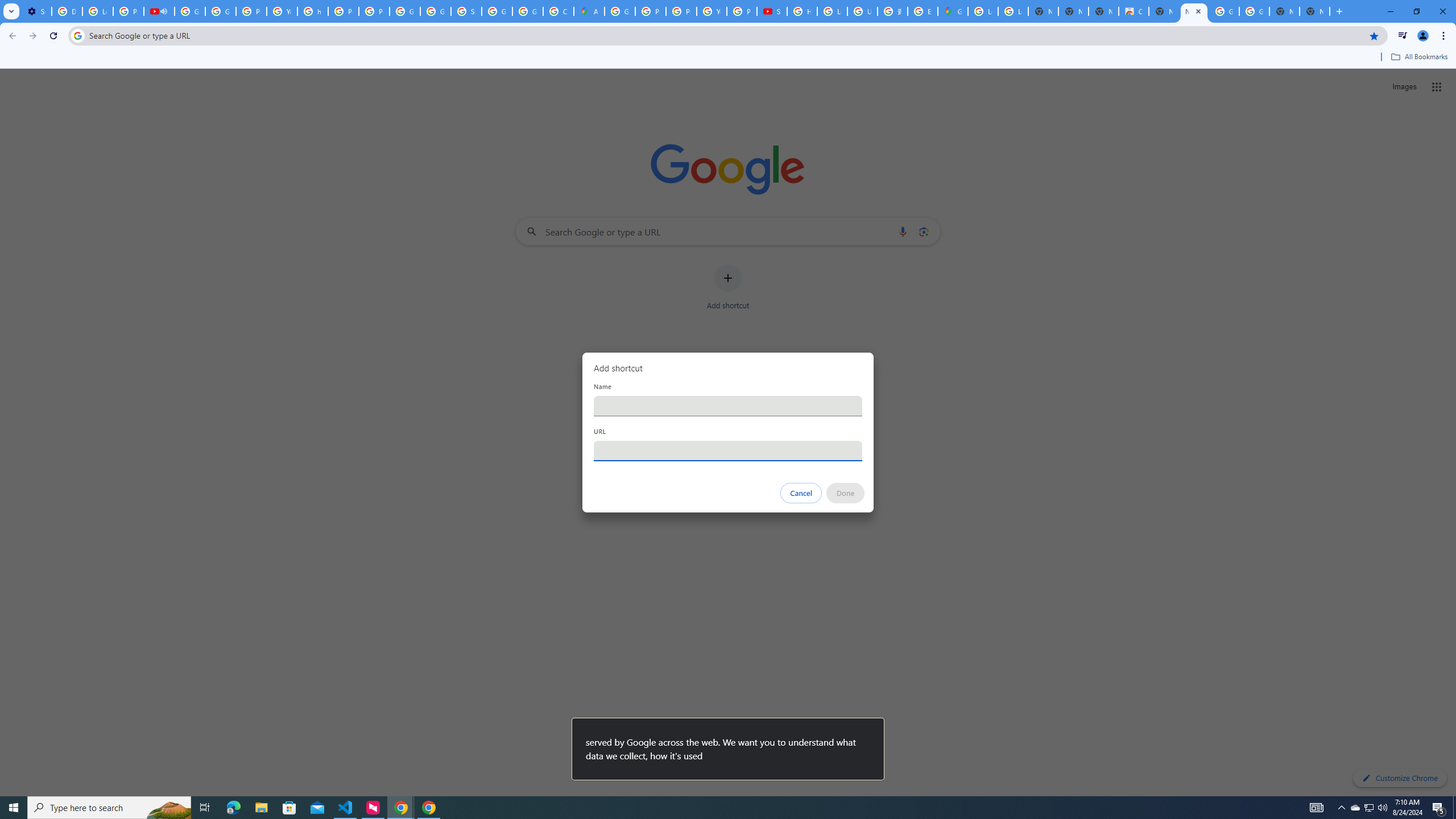 This screenshot has height=819, width=1456. Describe the element at coordinates (771, 11) in the screenshot. I see `'Subscriptions - YouTube'` at that location.